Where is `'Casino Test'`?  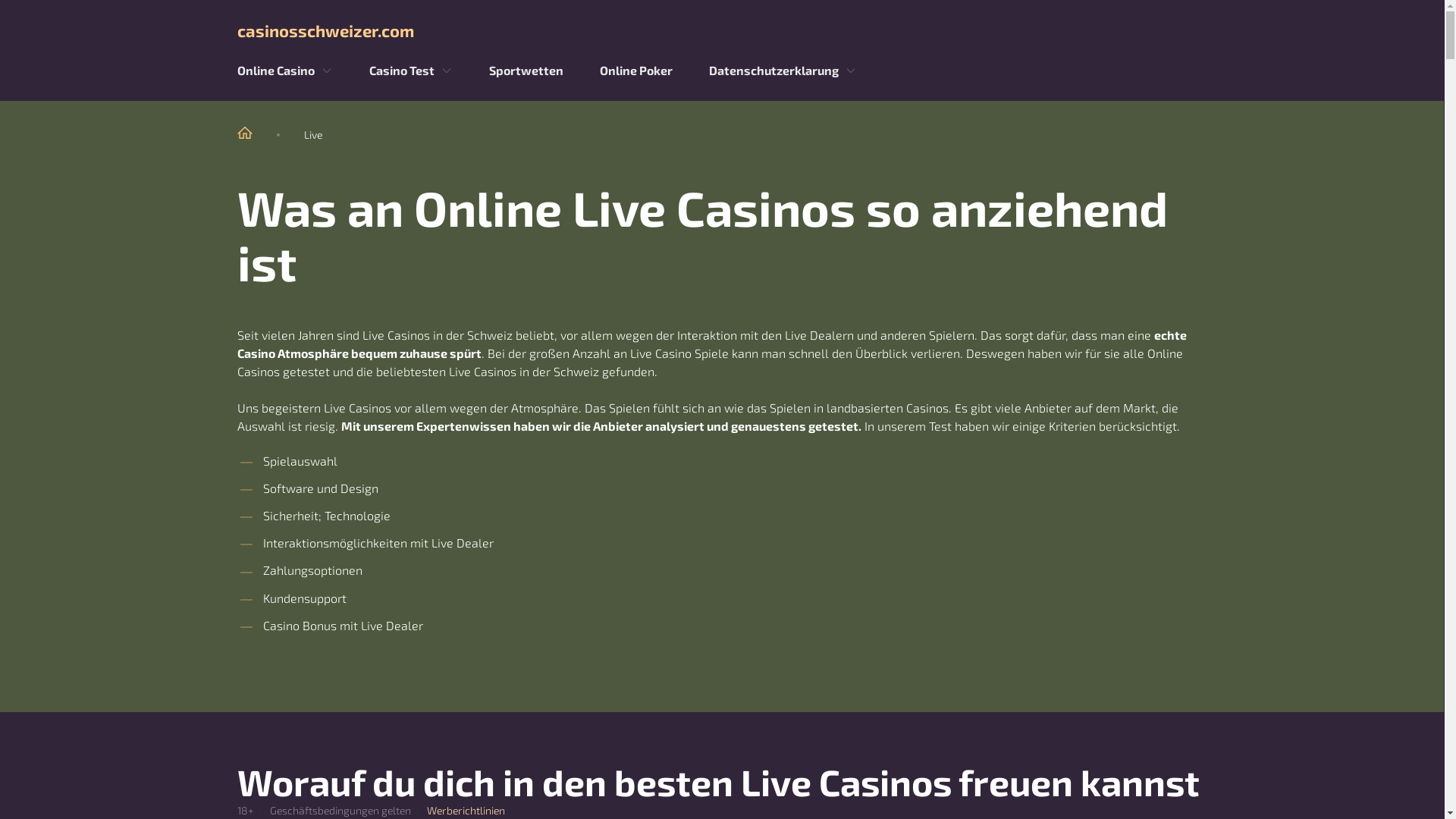 'Casino Test' is located at coordinates (400, 70).